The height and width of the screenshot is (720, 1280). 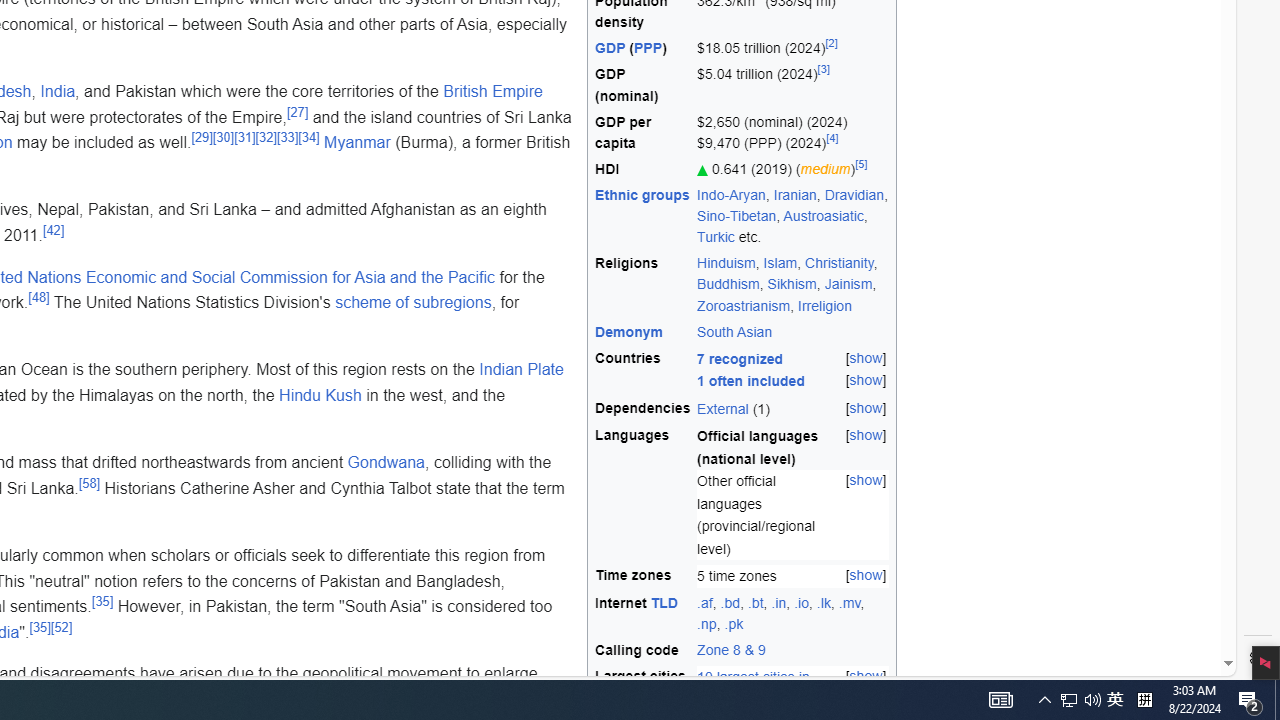 What do you see at coordinates (729, 601) in the screenshot?
I see `'.bd'` at bounding box center [729, 601].